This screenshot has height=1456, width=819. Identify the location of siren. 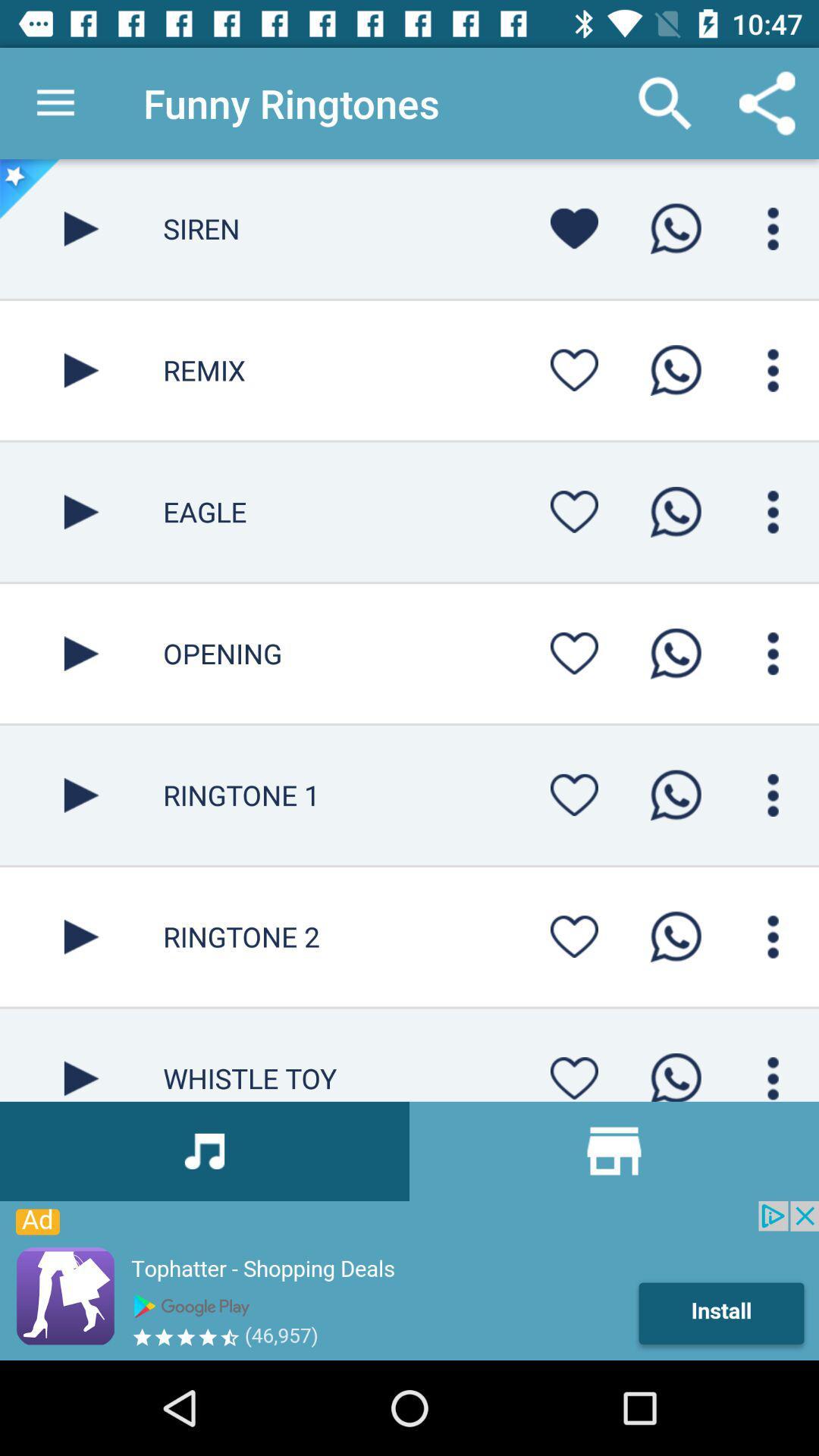
(81, 227).